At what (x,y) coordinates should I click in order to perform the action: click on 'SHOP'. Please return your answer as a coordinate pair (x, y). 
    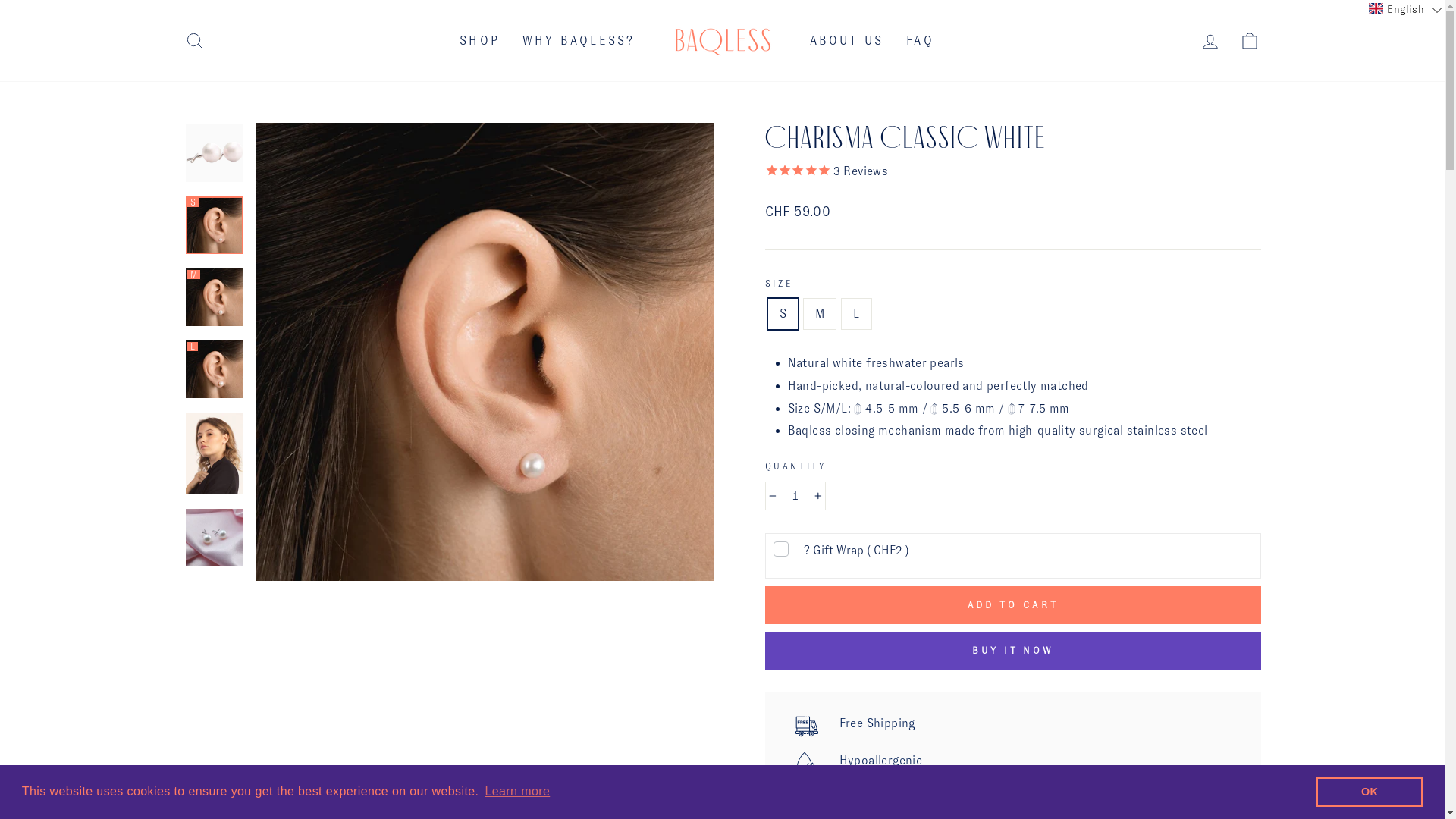
    Looking at the image, I should click on (479, 39).